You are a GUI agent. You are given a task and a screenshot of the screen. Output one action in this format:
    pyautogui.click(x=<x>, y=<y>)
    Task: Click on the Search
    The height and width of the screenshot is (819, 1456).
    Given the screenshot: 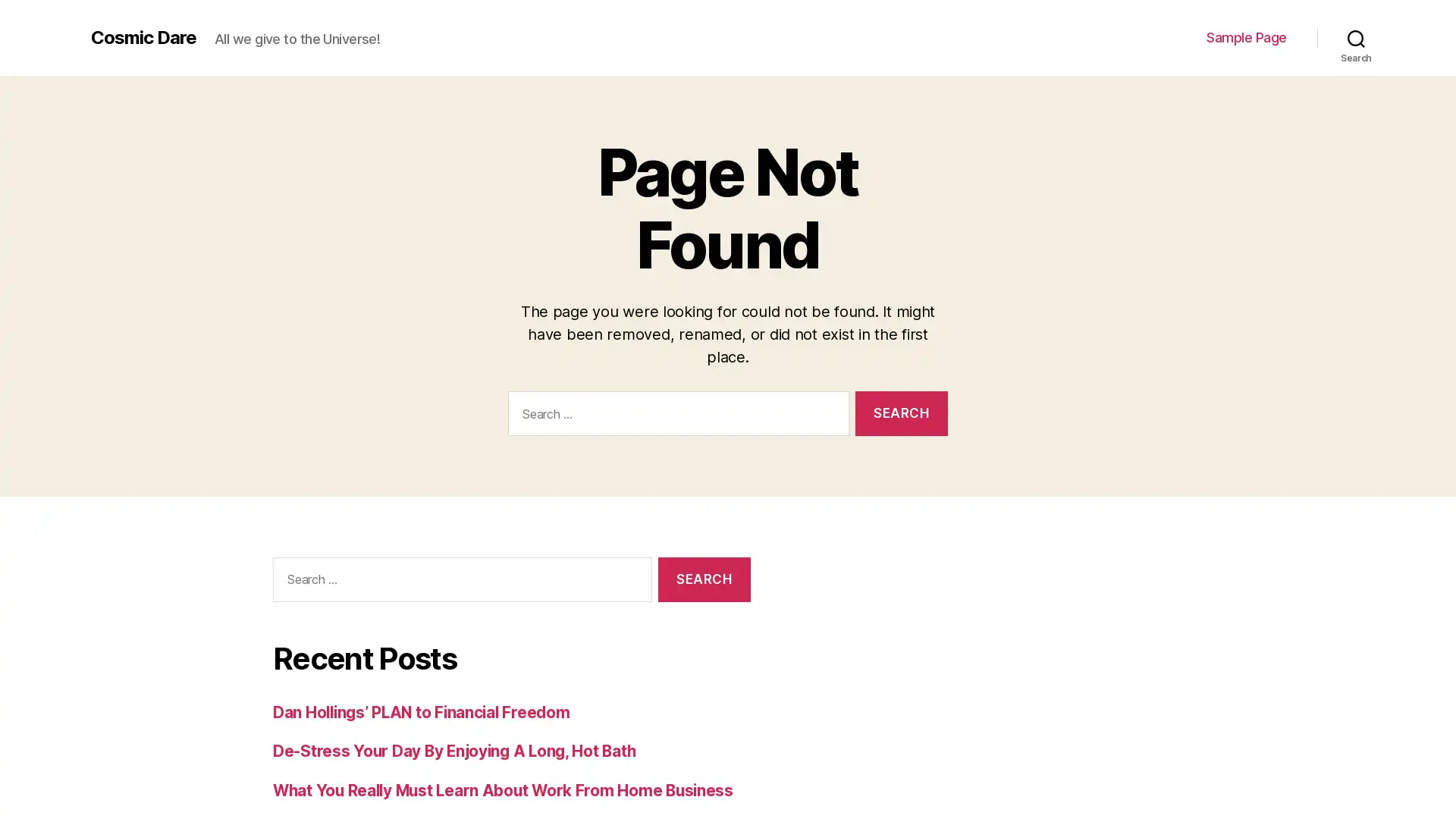 What is the action you would take?
    pyautogui.click(x=703, y=579)
    